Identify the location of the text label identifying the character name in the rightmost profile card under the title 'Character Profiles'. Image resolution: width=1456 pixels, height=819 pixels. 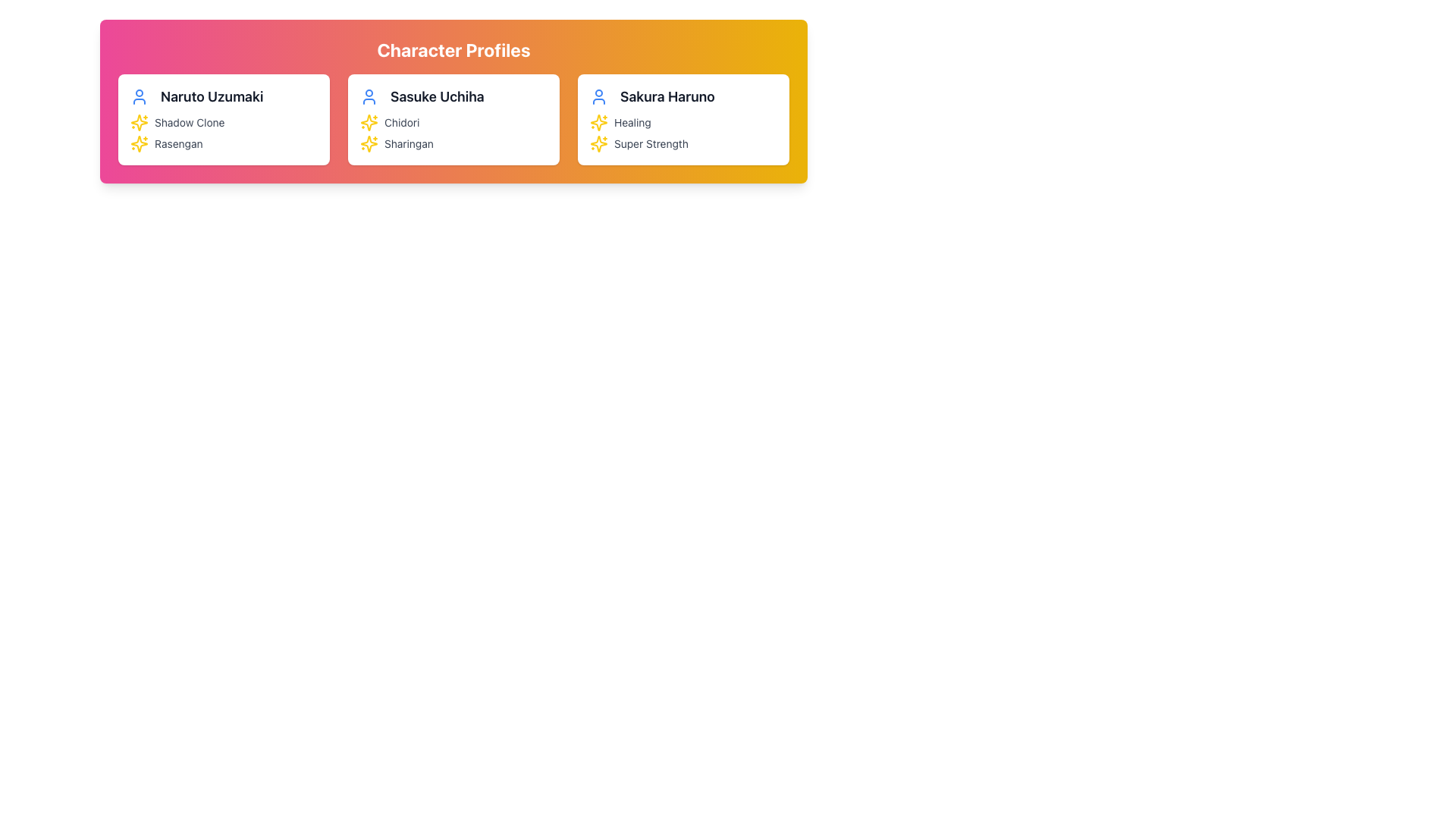
(667, 96).